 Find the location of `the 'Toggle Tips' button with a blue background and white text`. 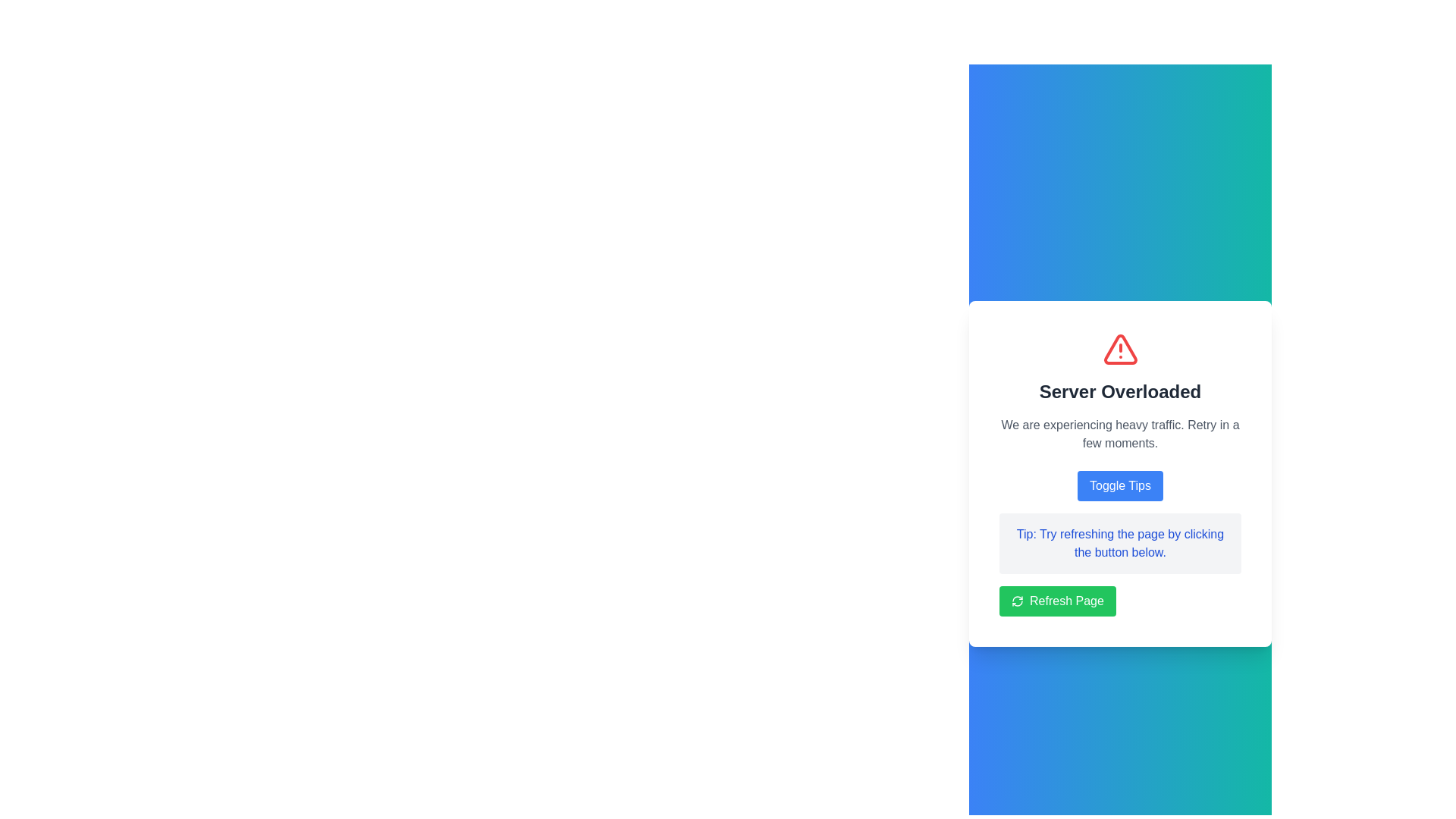

the 'Toggle Tips' button with a blue background and white text is located at coordinates (1120, 485).